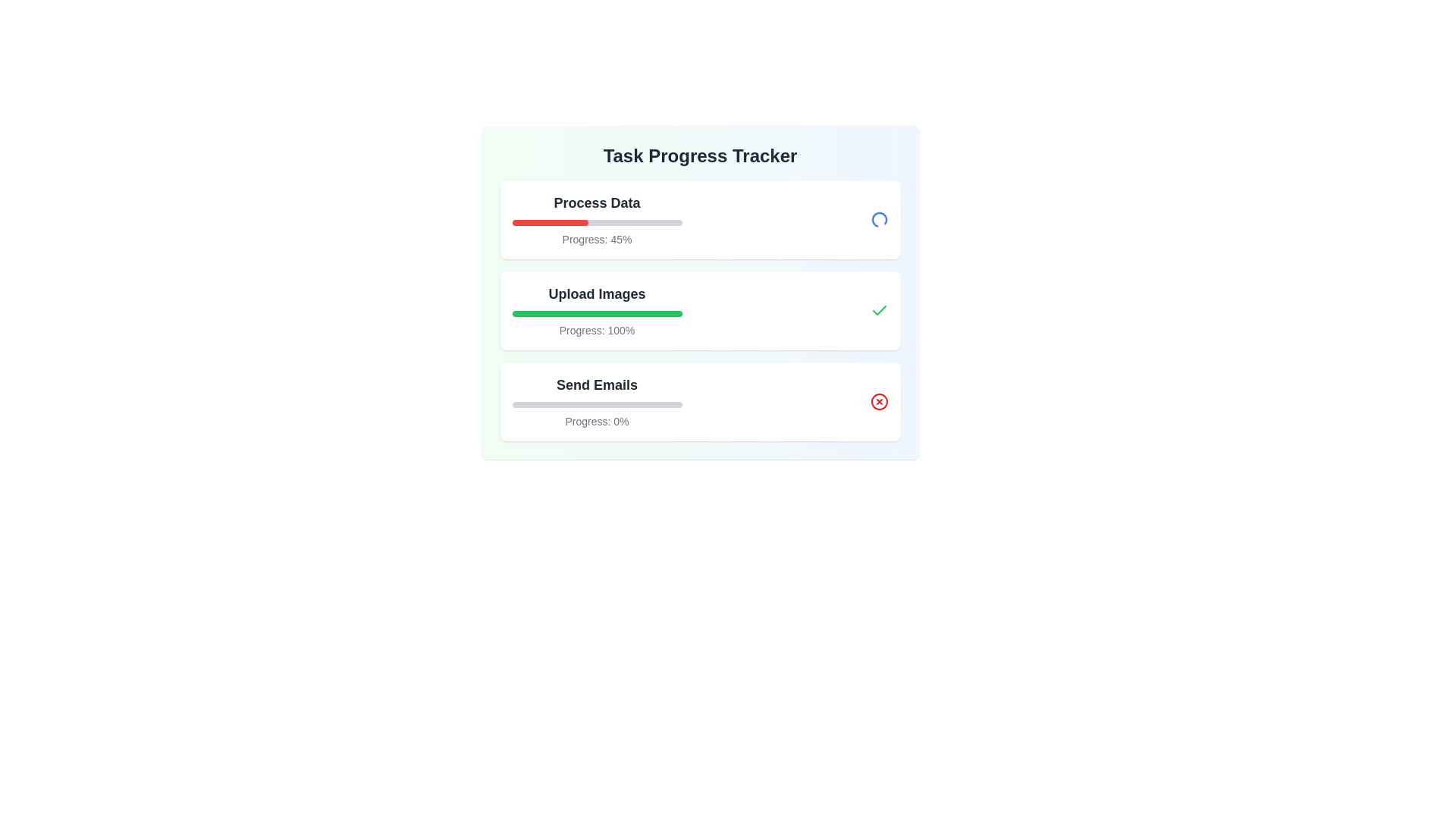 This screenshot has width=1456, height=819. What do you see at coordinates (596, 403) in the screenshot?
I see `the progress bar located below the 'Send Emails' text, which visually represents the progress of the 'Send Emails' task` at bounding box center [596, 403].